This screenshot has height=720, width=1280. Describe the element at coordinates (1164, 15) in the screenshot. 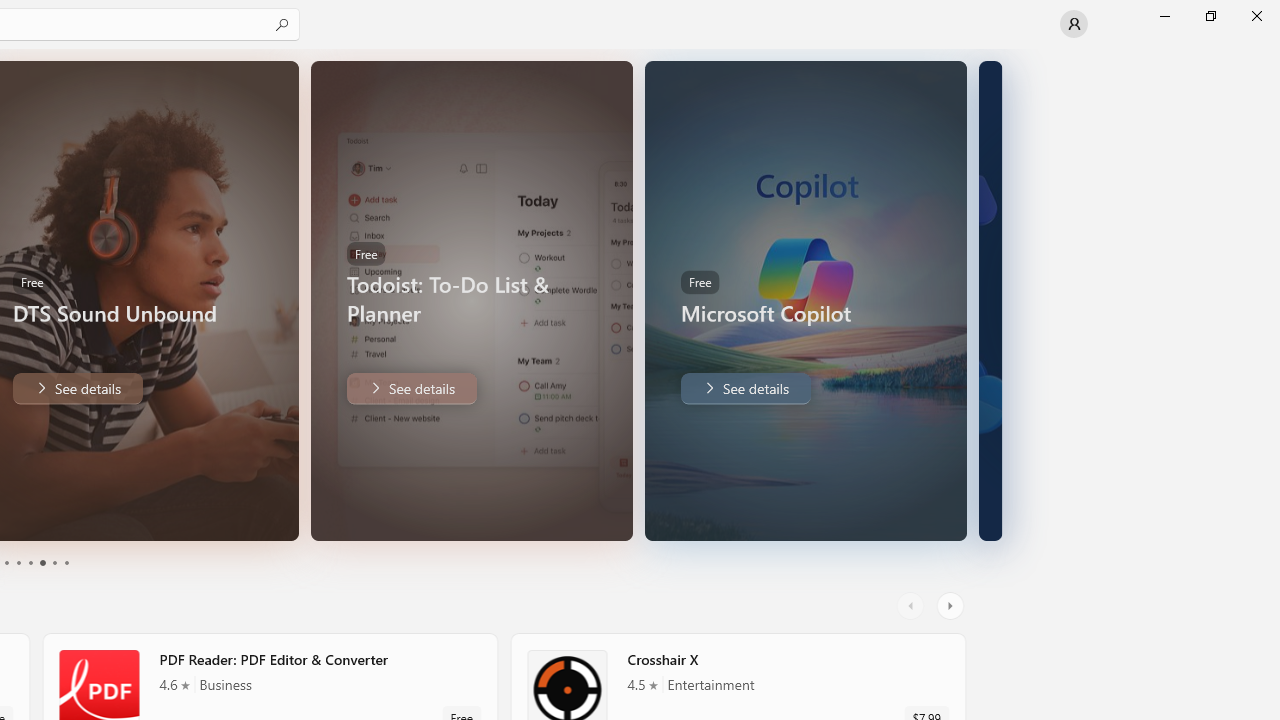

I see `'Minimize Microsoft Store'` at that location.